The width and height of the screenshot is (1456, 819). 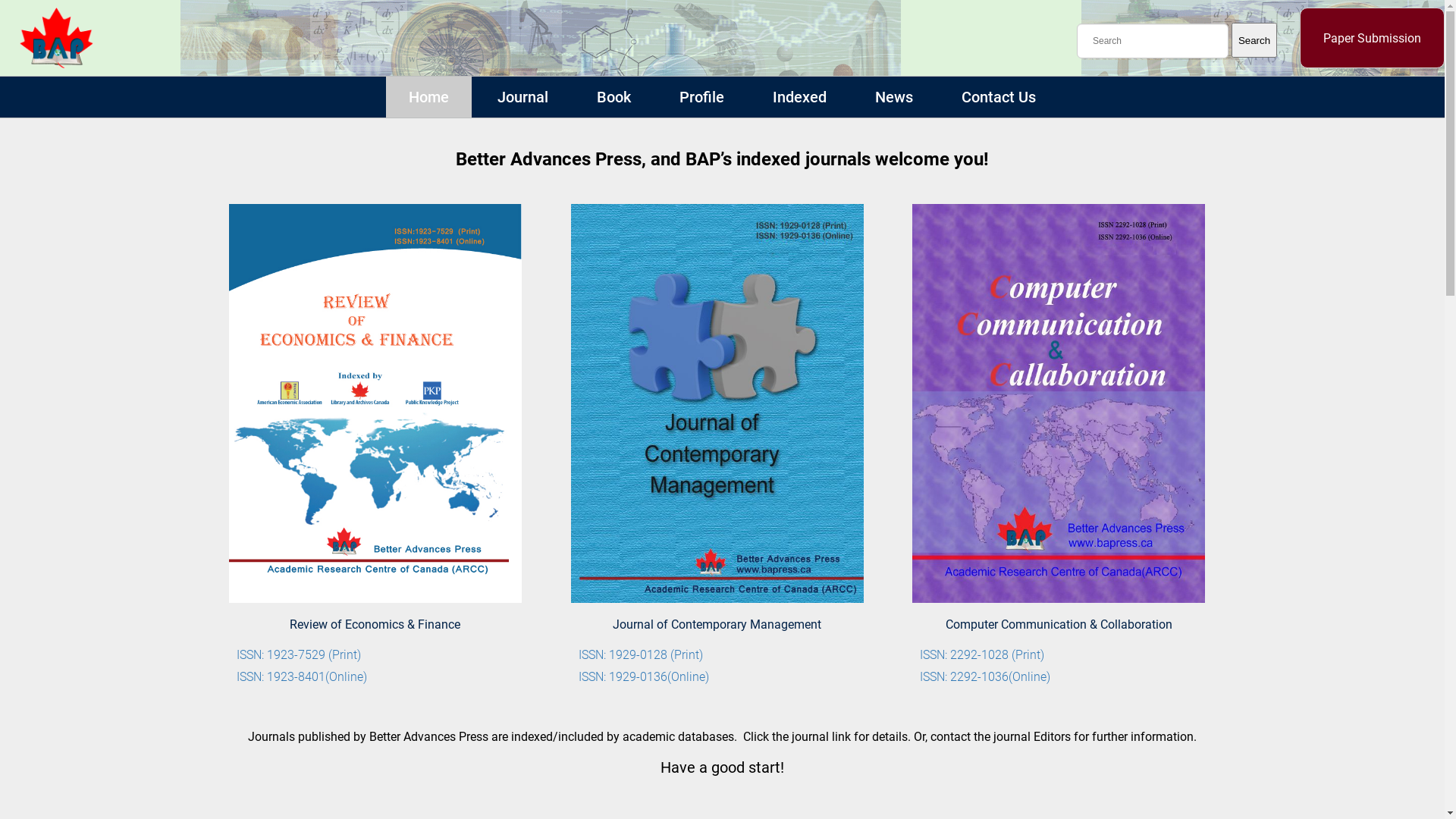 I want to click on 'BAP', so click(x=55, y=37).